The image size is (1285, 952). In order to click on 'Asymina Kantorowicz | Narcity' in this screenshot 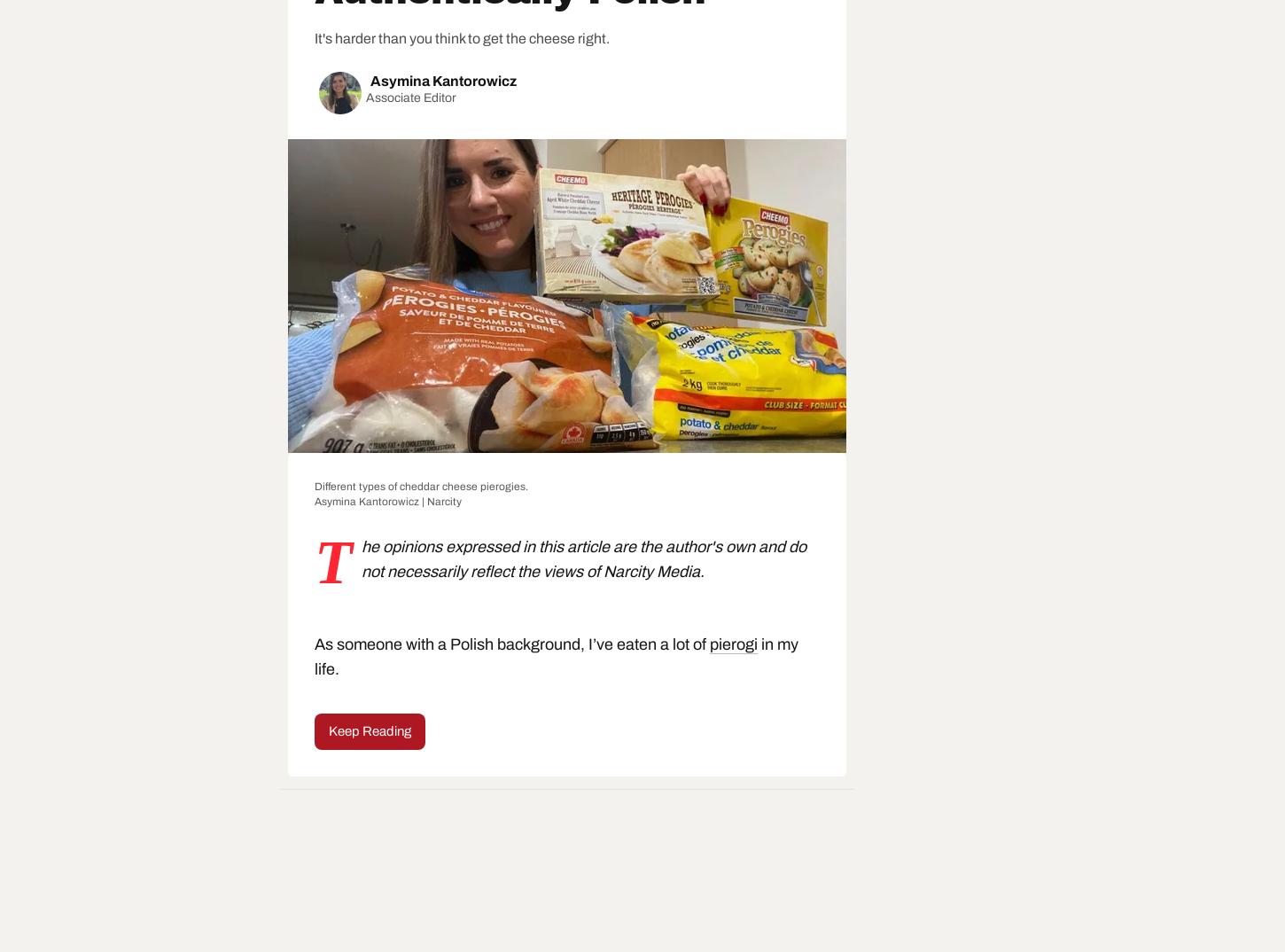, I will do `click(387, 500)`.